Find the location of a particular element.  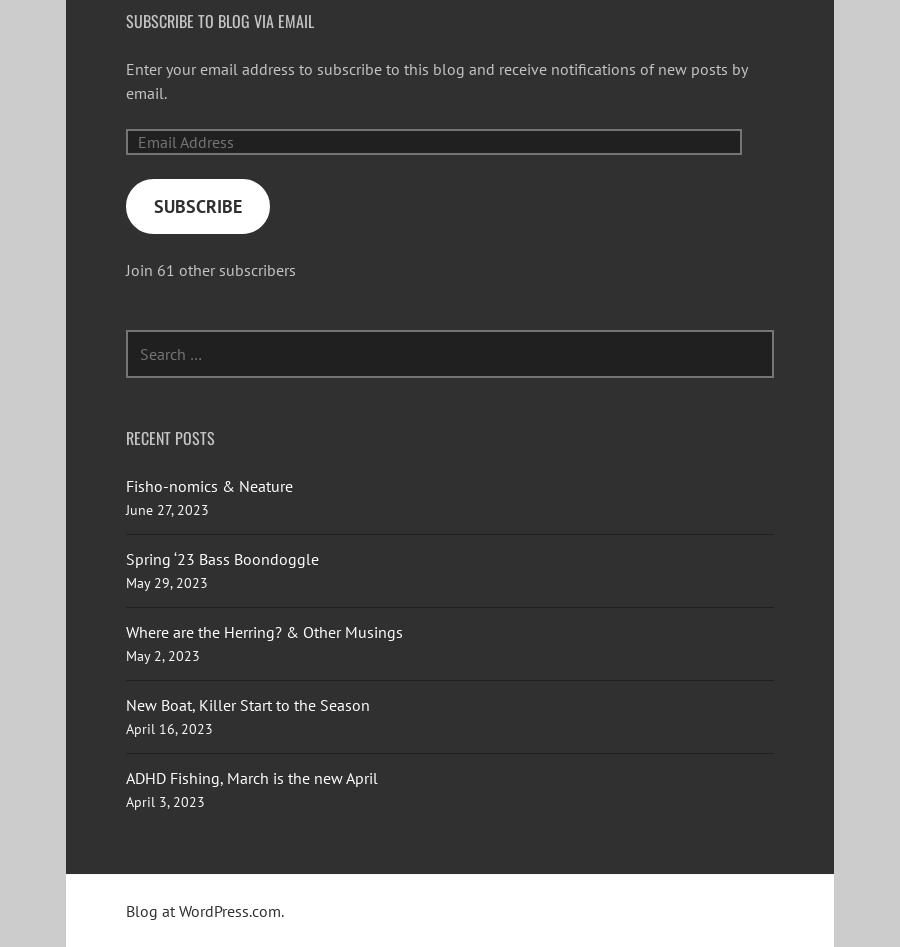

'June 27, 2023' is located at coordinates (126, 508).